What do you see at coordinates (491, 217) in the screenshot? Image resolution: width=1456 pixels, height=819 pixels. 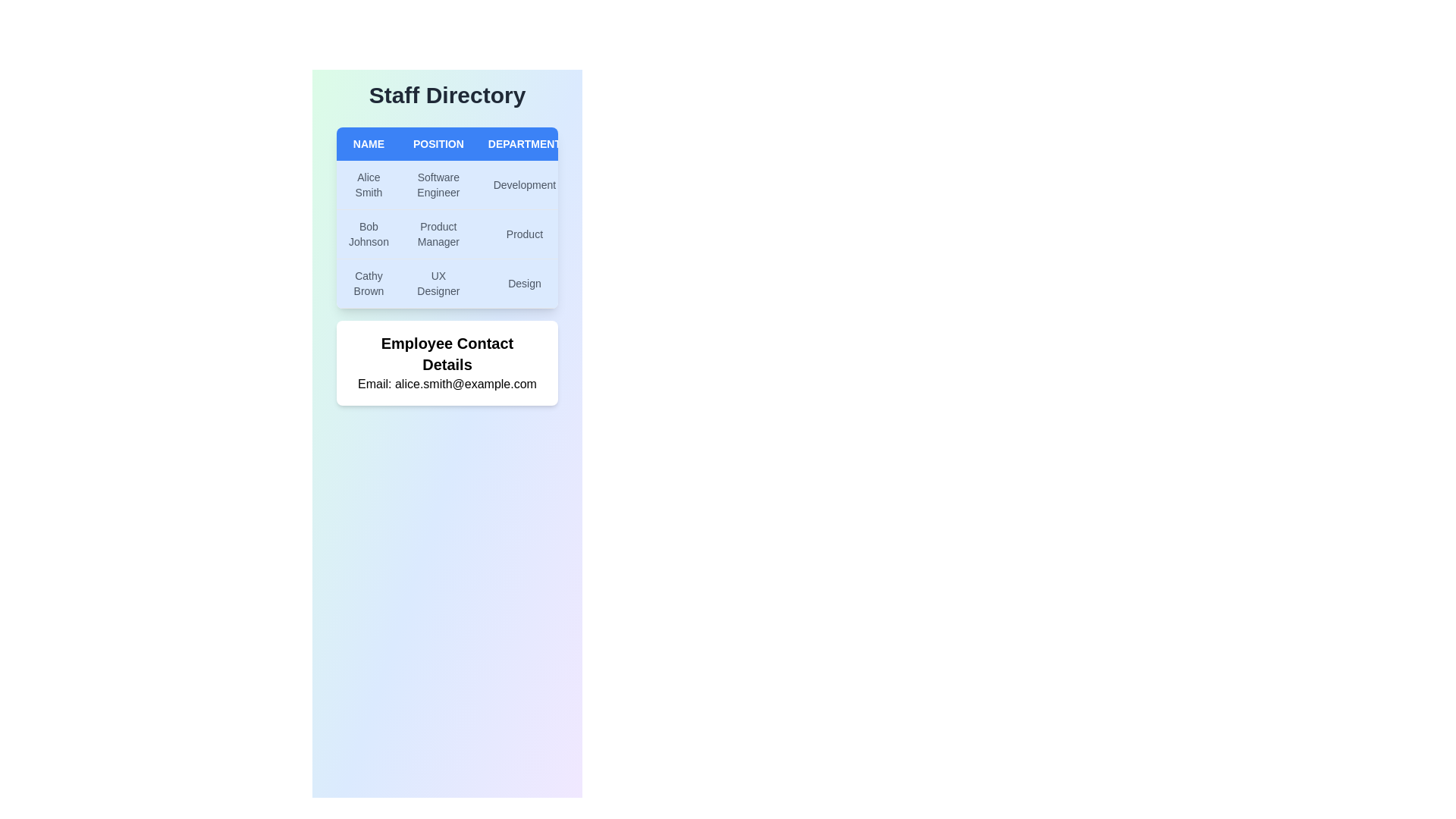 I see `the second row of the table that displays information about an individual staff member, including their name, position, and department` at bounding box center [491, 217].